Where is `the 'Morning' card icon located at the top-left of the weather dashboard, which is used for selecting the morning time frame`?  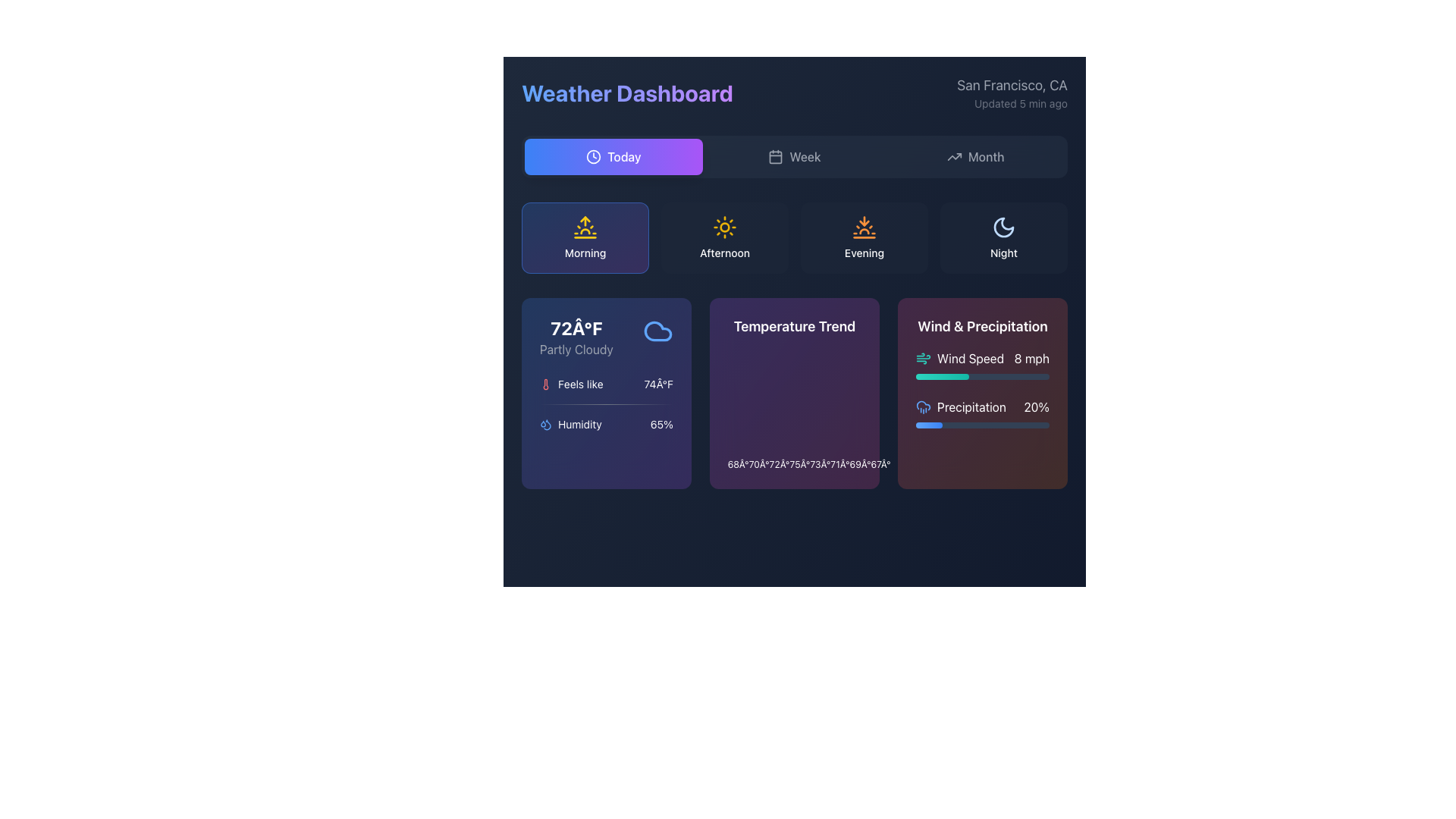
the 'Morning' card icon located at the top-left of the weather dashboard, which is used for selecting the morning time frame is located at coordinates (585, 227).